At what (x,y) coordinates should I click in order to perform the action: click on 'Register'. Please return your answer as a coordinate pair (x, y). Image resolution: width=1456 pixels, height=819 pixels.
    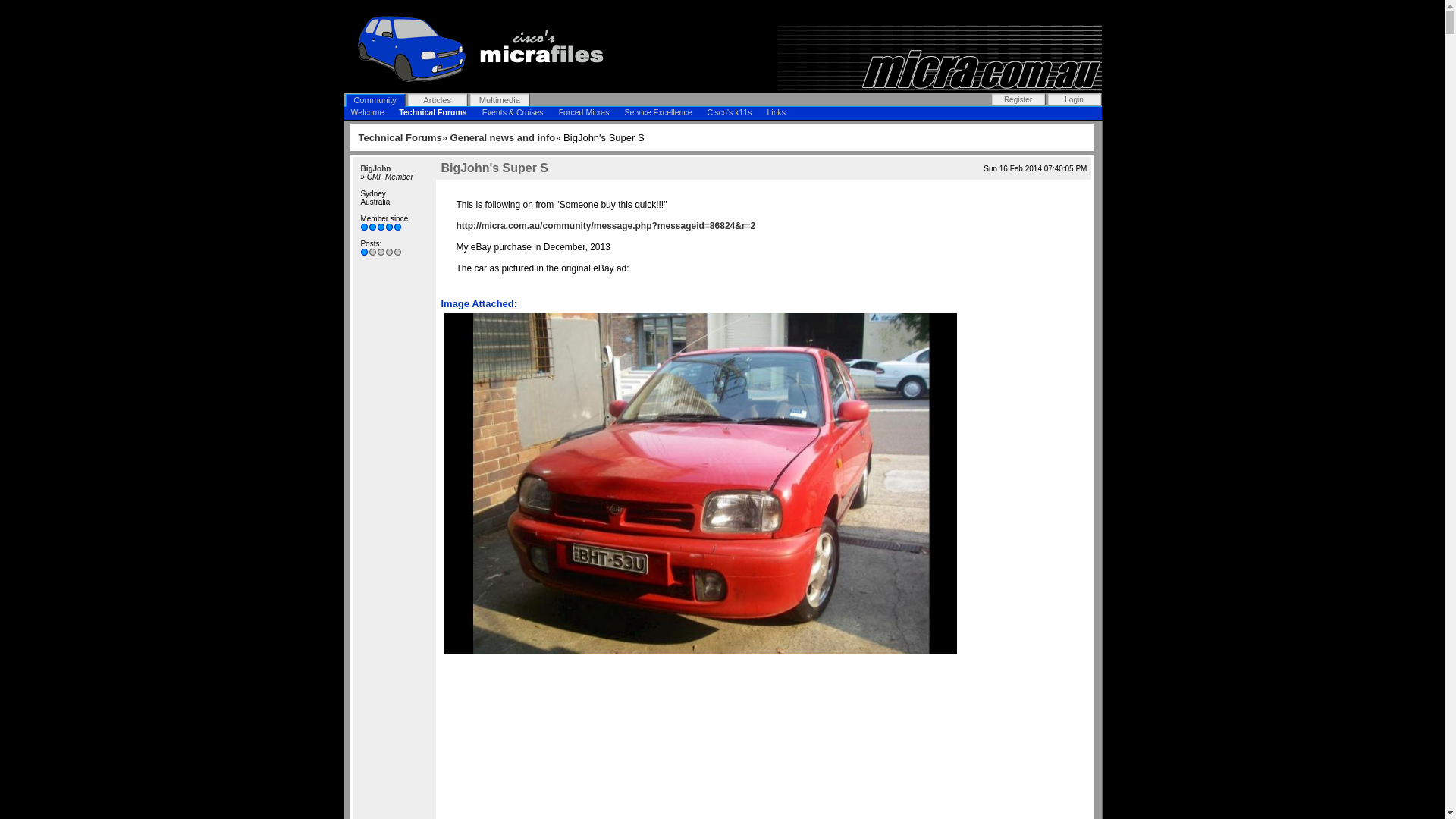
    Looking at the image, I should click on (992, 99).